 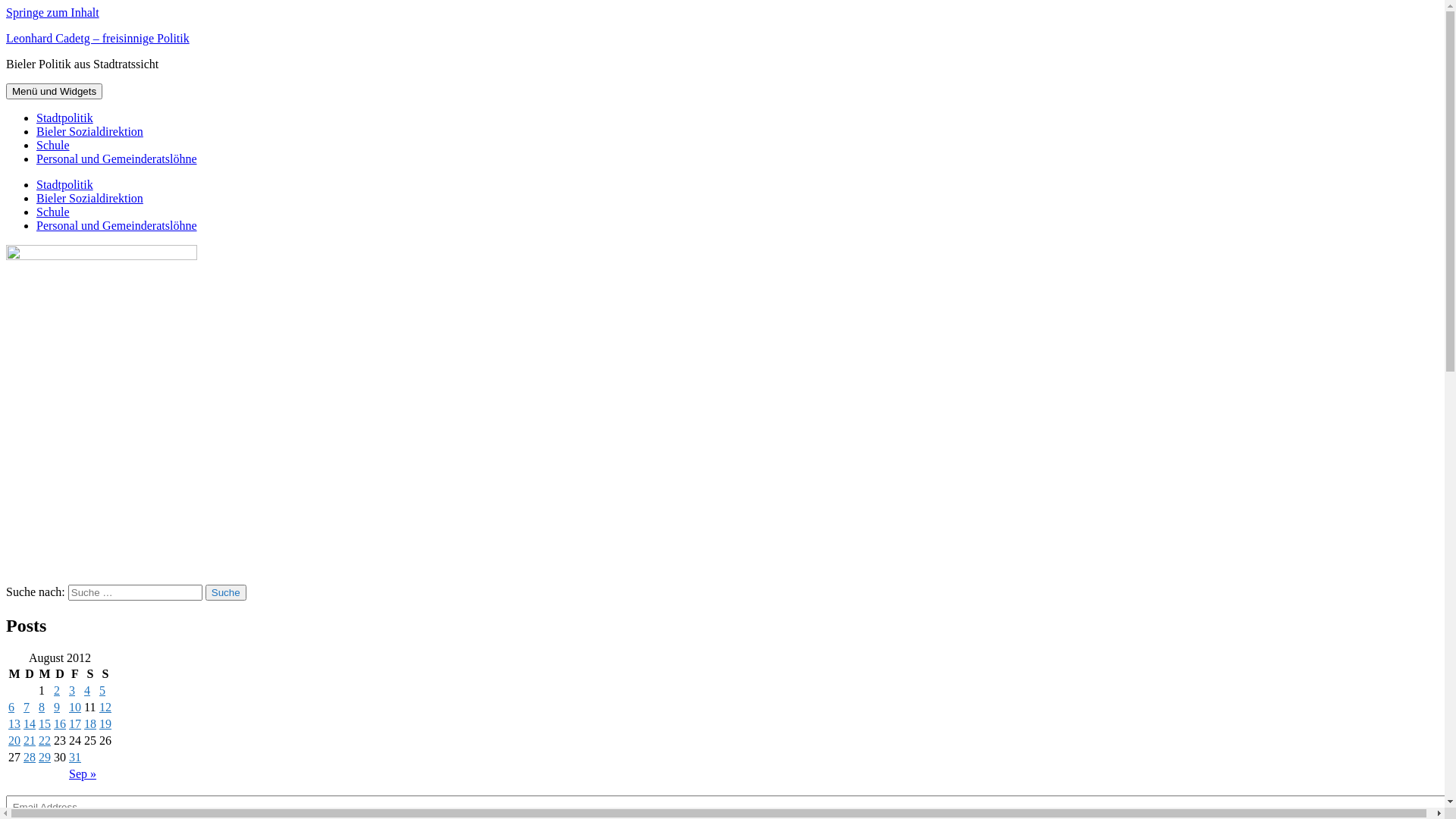 What do you see at coordinates (89, 130) in the screenshot?
I see `'Bieler Sozialdirektion'` at bounding box center [89, 130].